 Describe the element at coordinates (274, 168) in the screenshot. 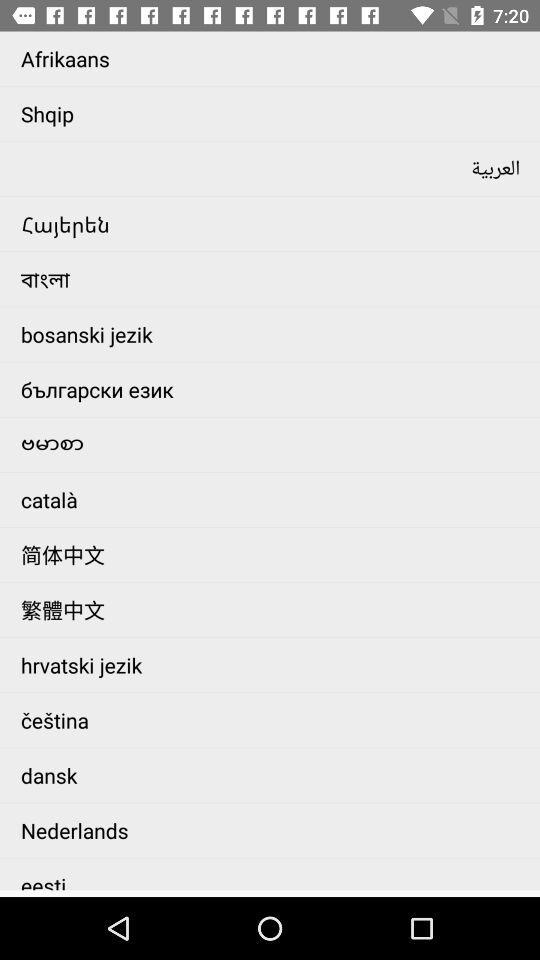

I see `item below the shqip item` at that location.